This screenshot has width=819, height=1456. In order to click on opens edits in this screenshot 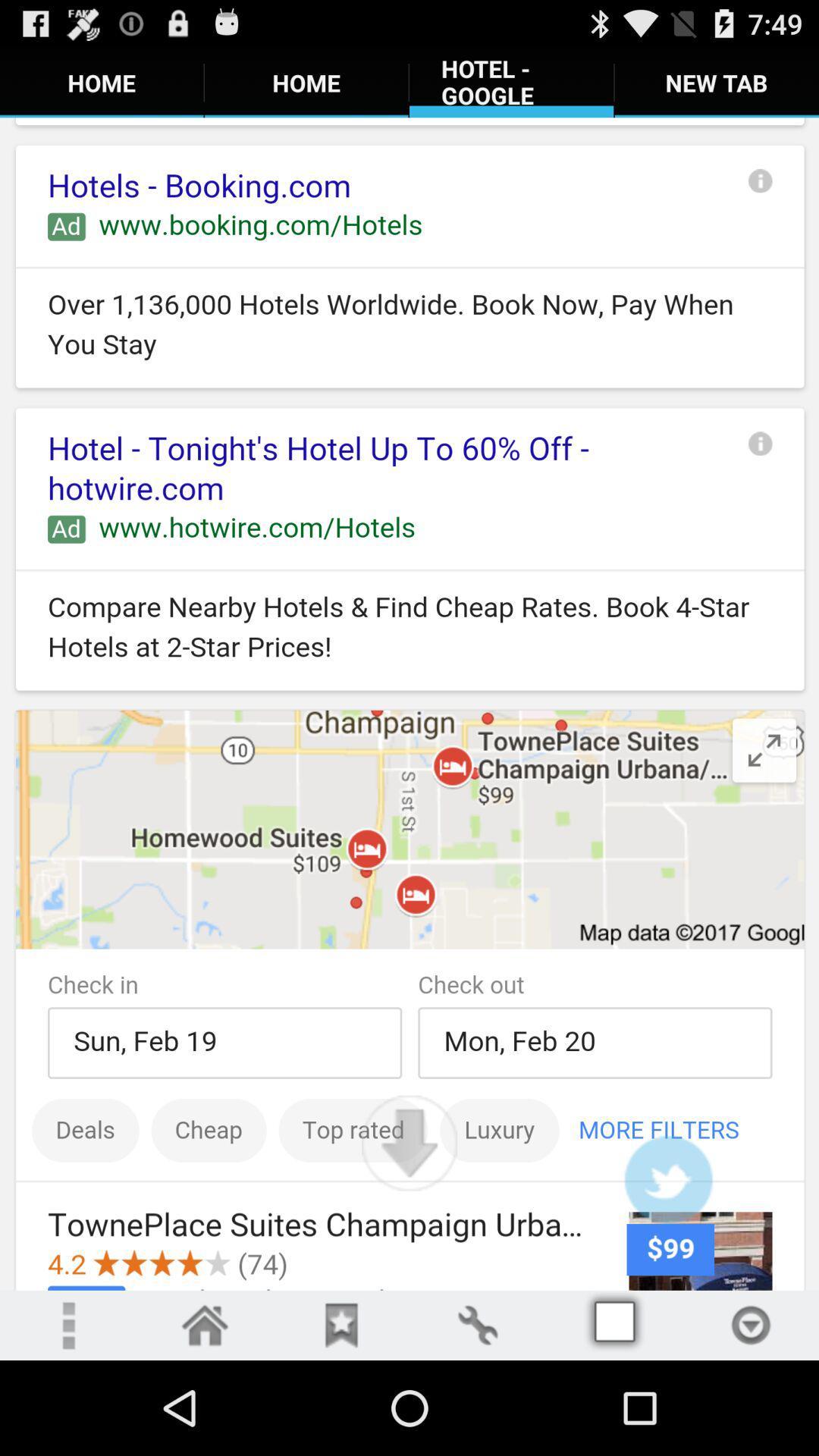, I will do `click(476, 1324)`.